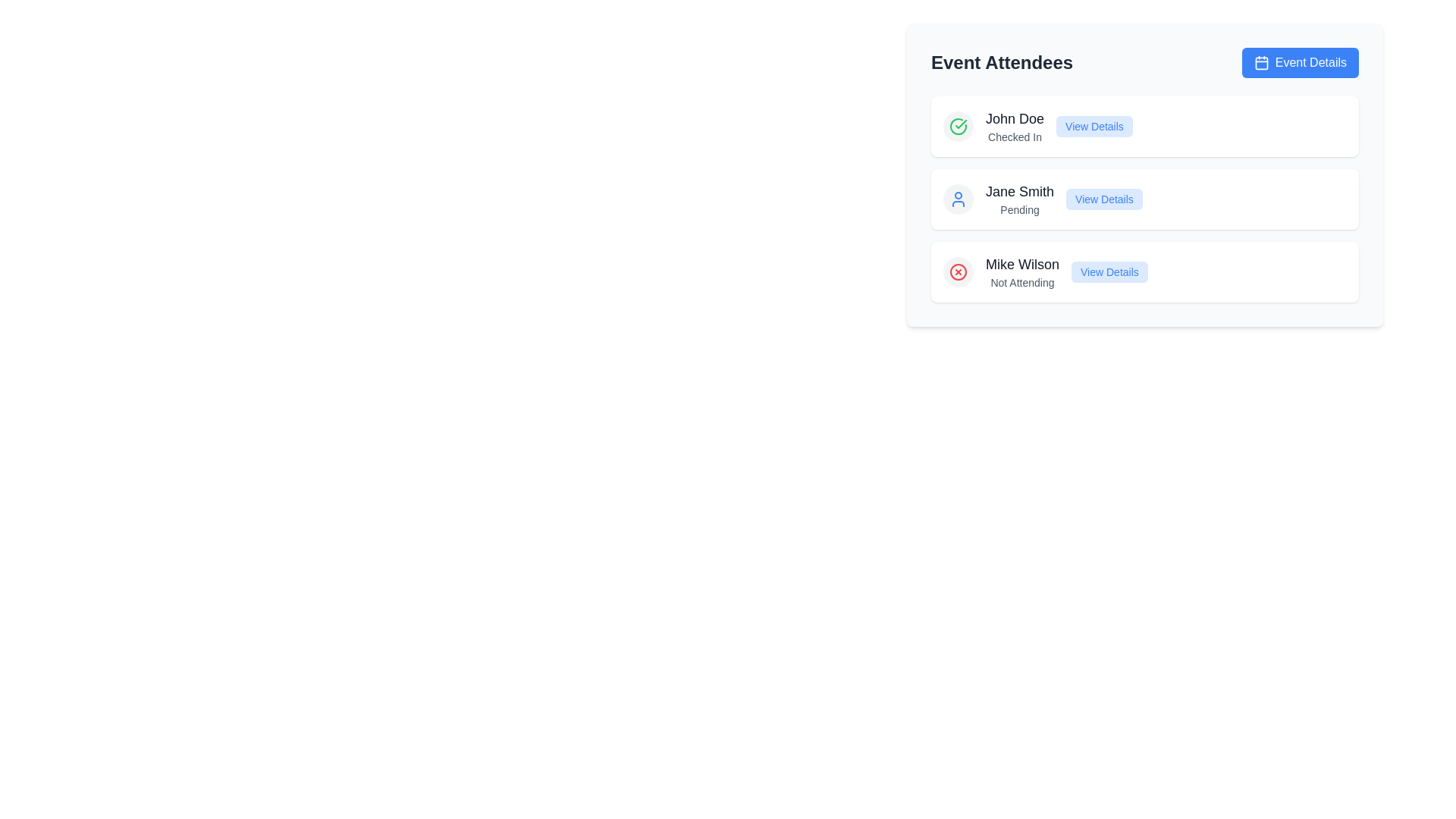 The width and height of the screenshot is (1456, 819). I want to click on the Text Label element displaying 'Mike Wilson' with 'Not Attending' below it, located in the third row under 'Event Attendees', so click(1022, 271).